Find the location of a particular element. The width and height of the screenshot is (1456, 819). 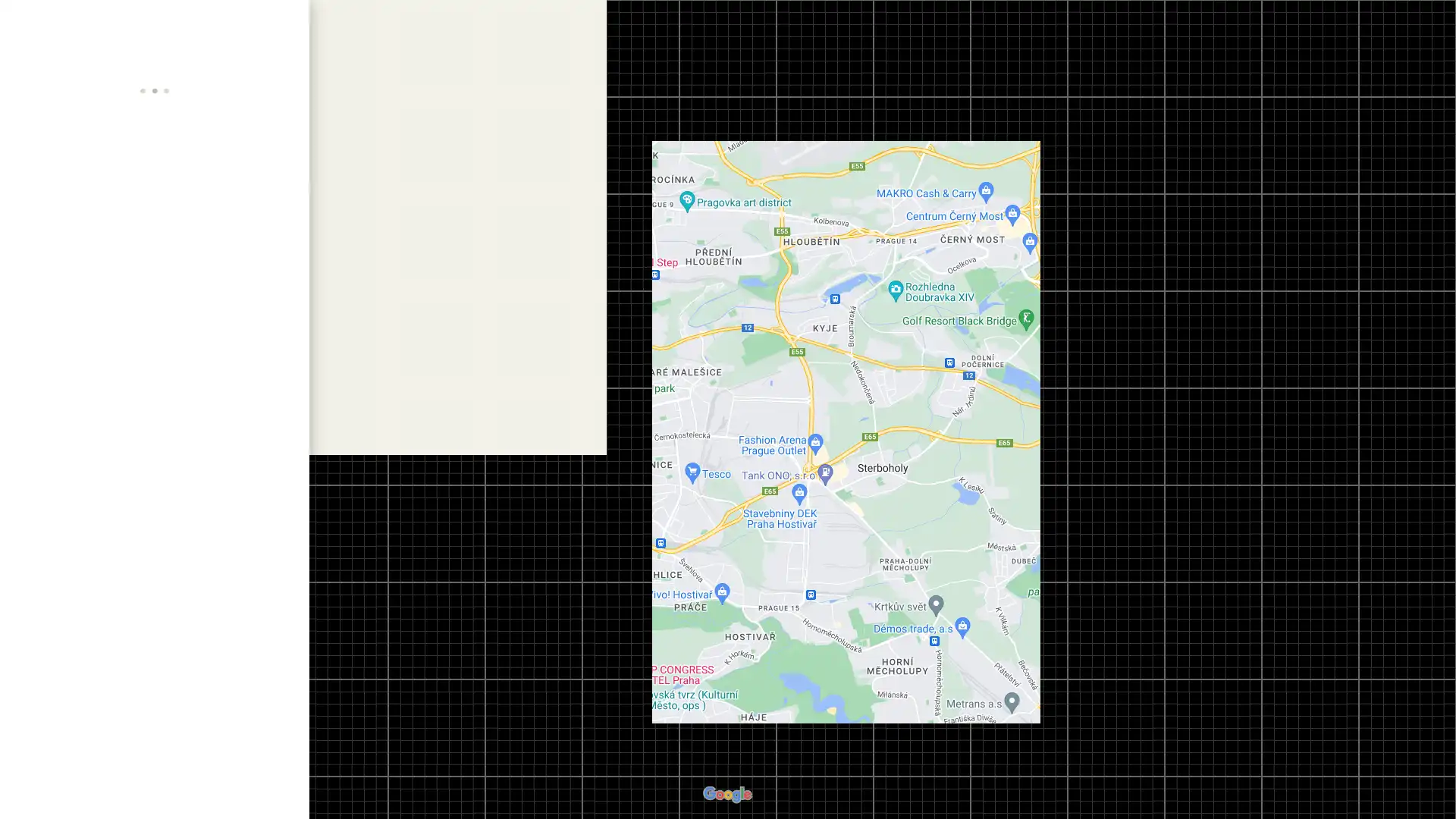

Menu is located at coordinates (27, 26).